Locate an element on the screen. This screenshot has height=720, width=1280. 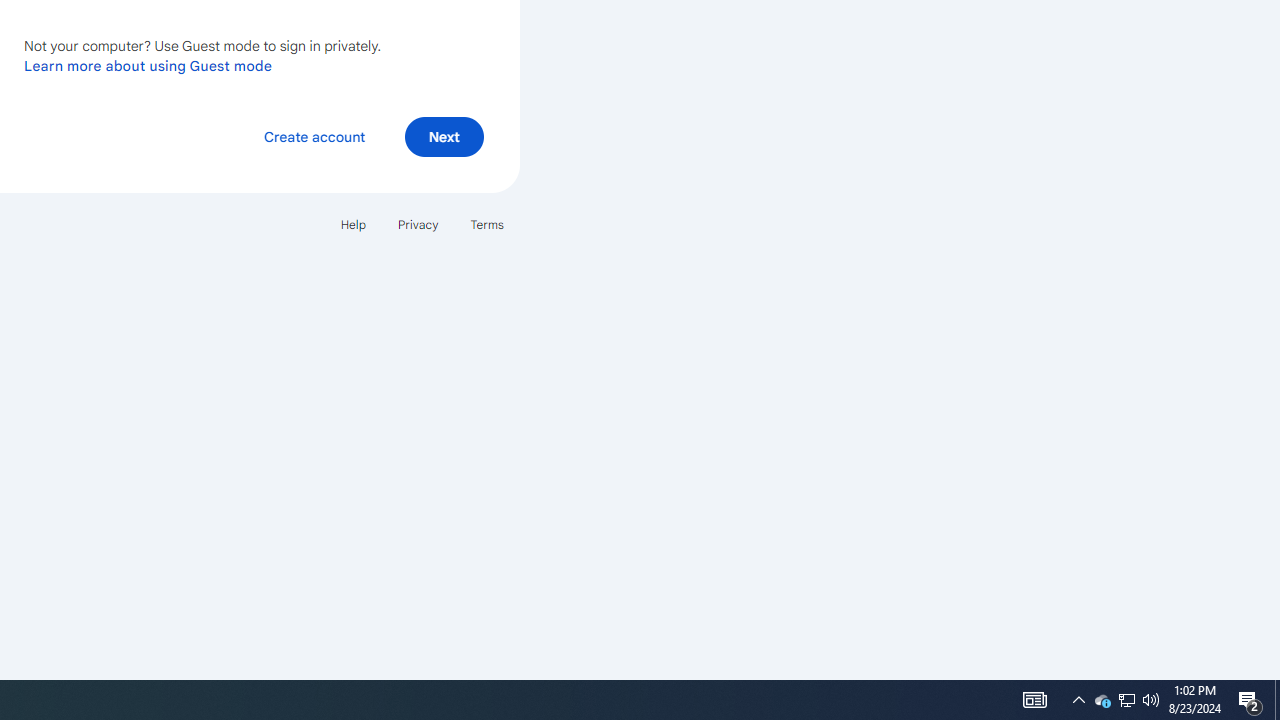
'Next' is located at coordinates (443, 135).